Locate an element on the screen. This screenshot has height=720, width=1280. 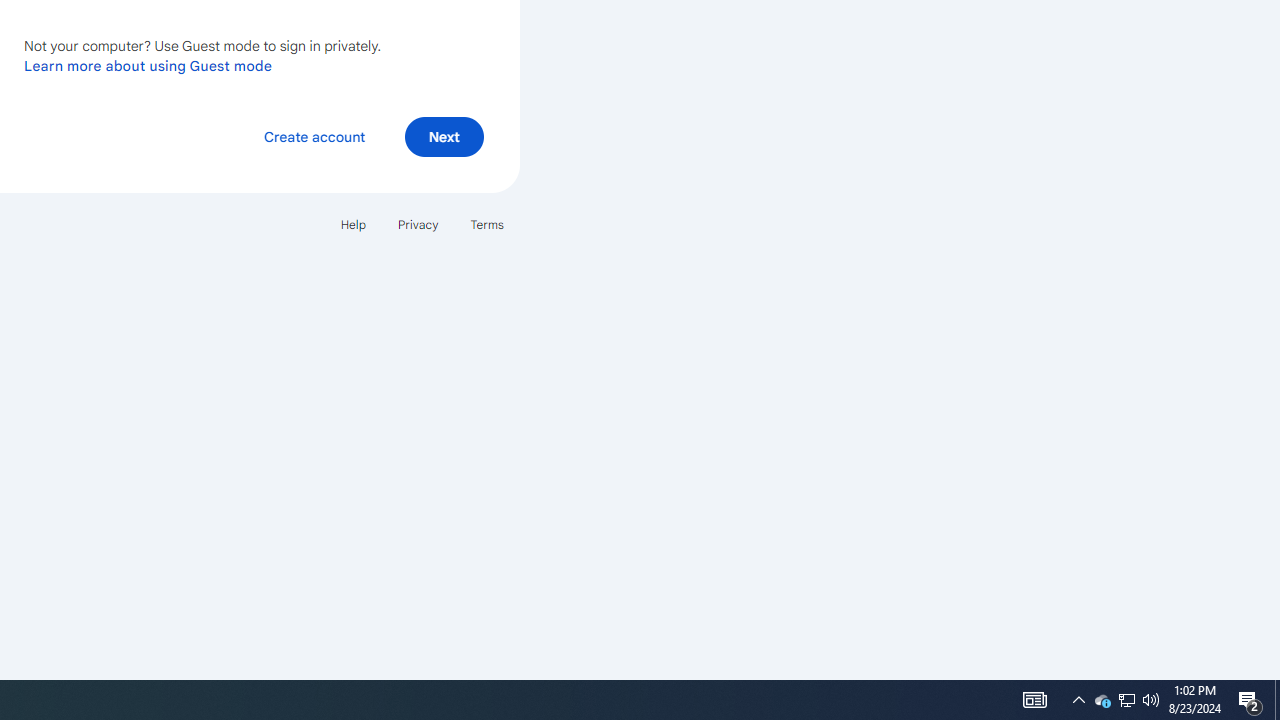
'Next' is located at coordinates (443, 135).